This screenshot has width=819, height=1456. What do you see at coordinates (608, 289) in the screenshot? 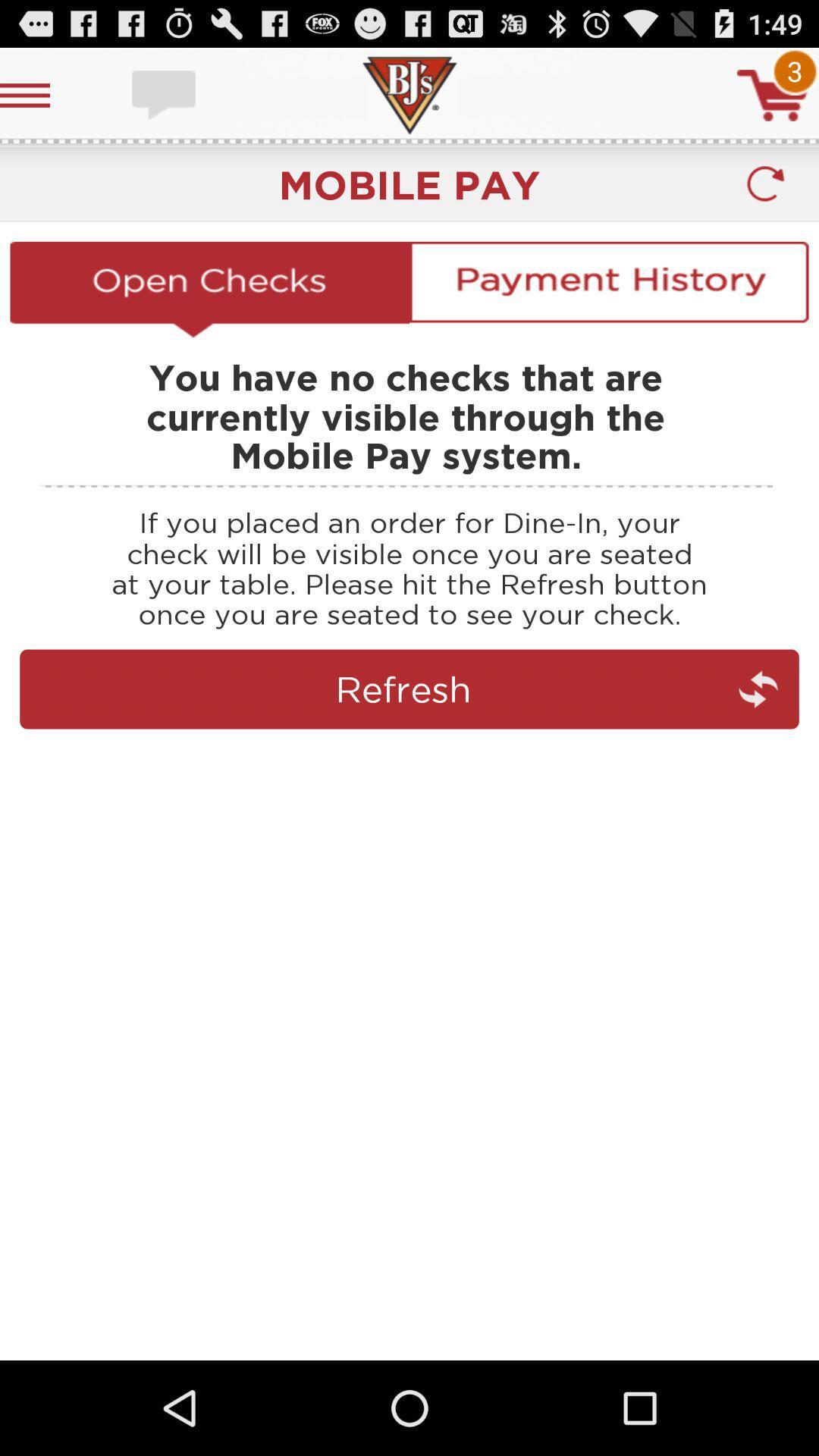
I see `payment hisotyr` at bounding box center [608, 289].